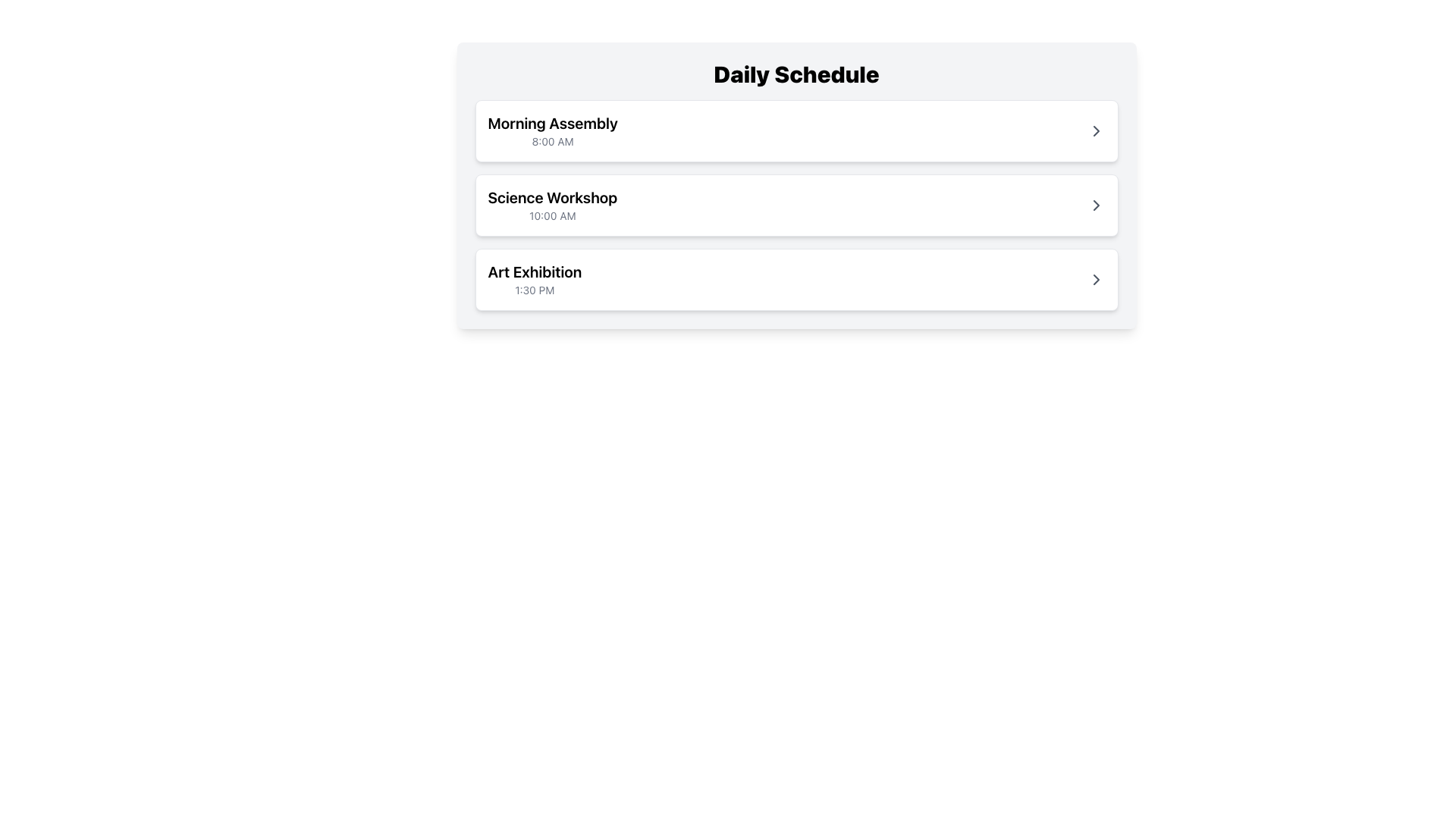  I want to click on the iconography of the arrow icon located in the right section of the list item labeled 'Art Exhibition 1:30 PM' in the daily schedule, so click(1096, 280).